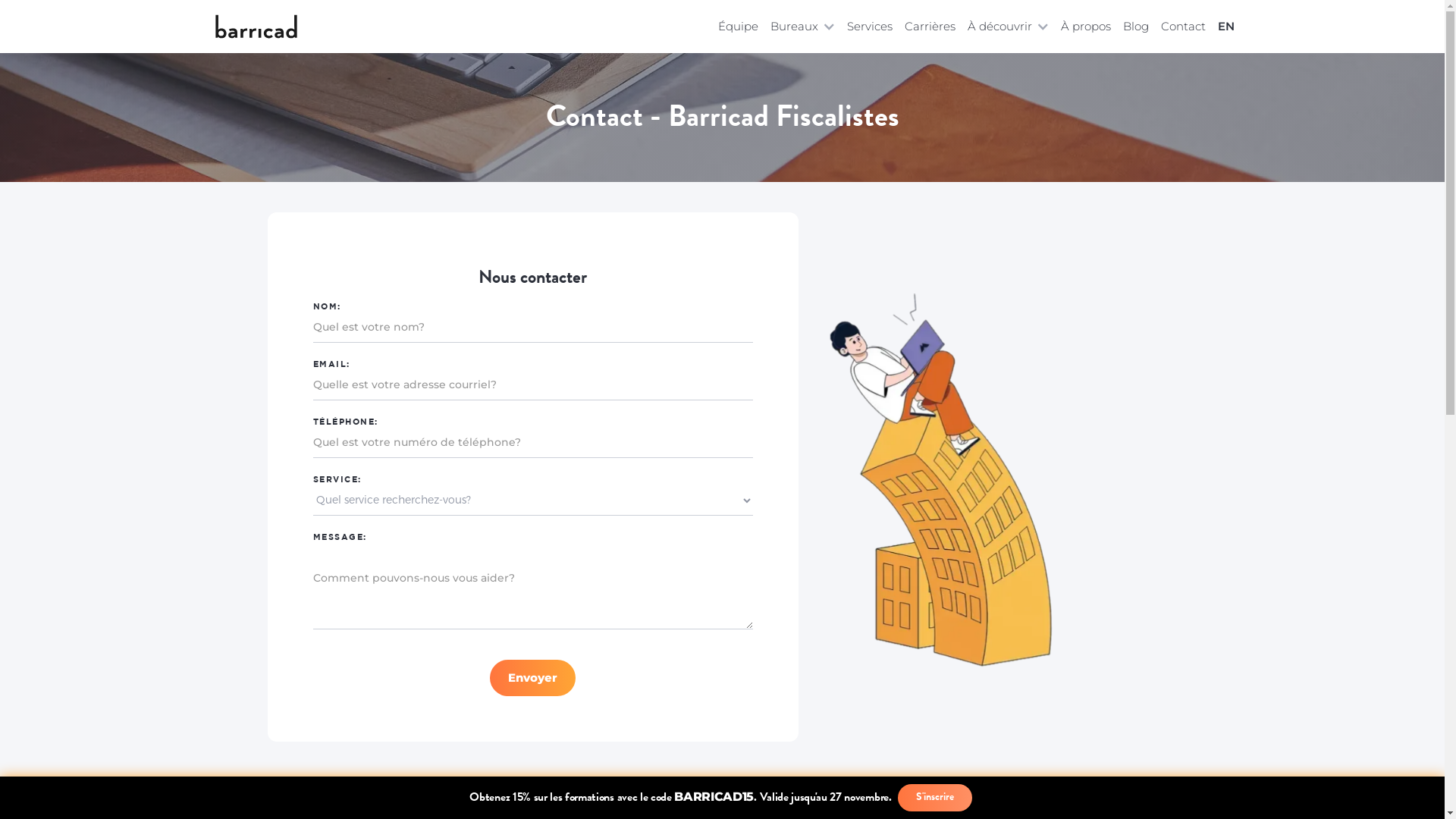 The height and width of the screenshot is (819, 1456). Describe the element at coordinates (532, 677) in the screenshot. I see `'Envoyer'` at that location.